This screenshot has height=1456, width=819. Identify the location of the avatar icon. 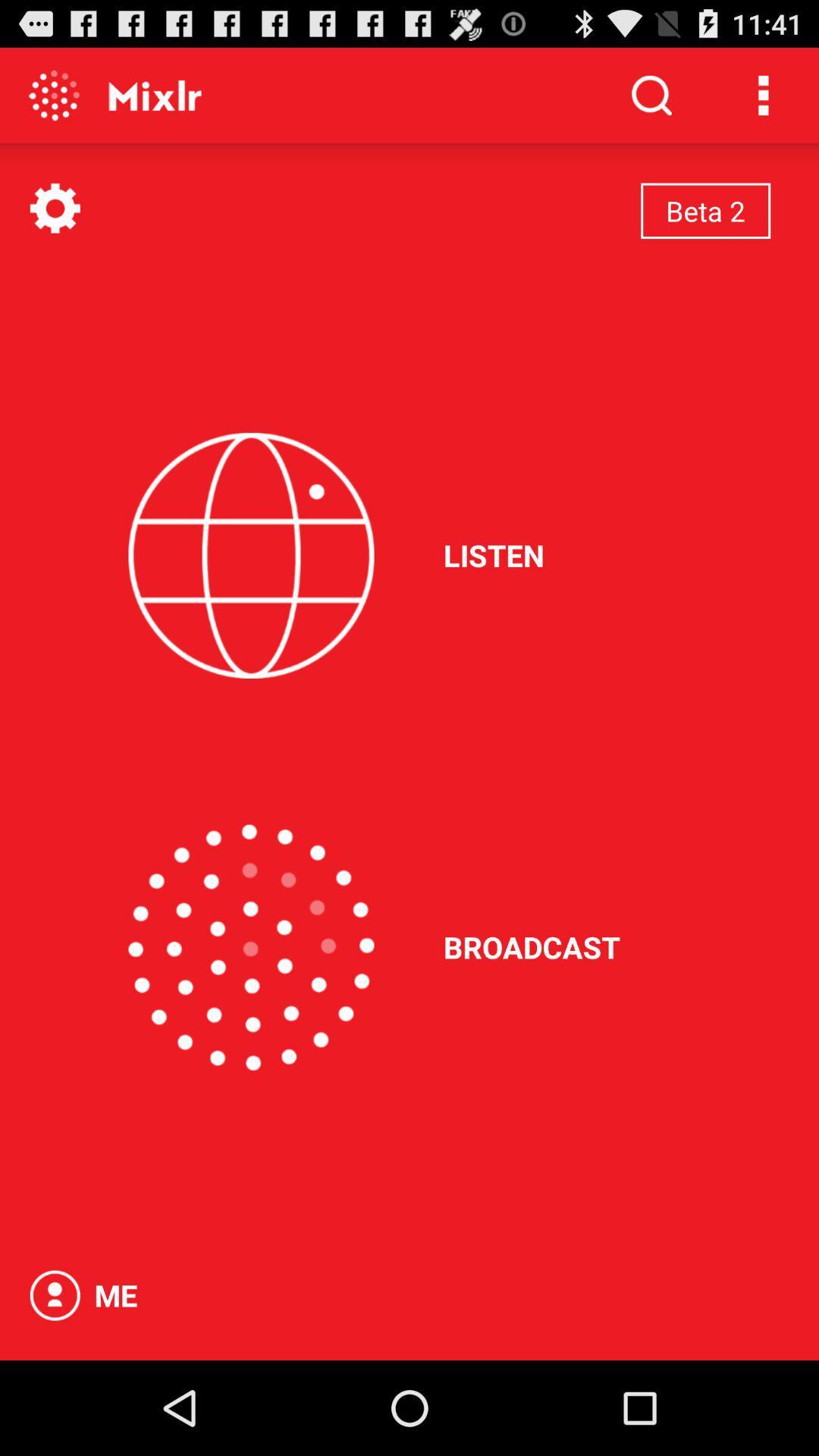
(54, 1386).